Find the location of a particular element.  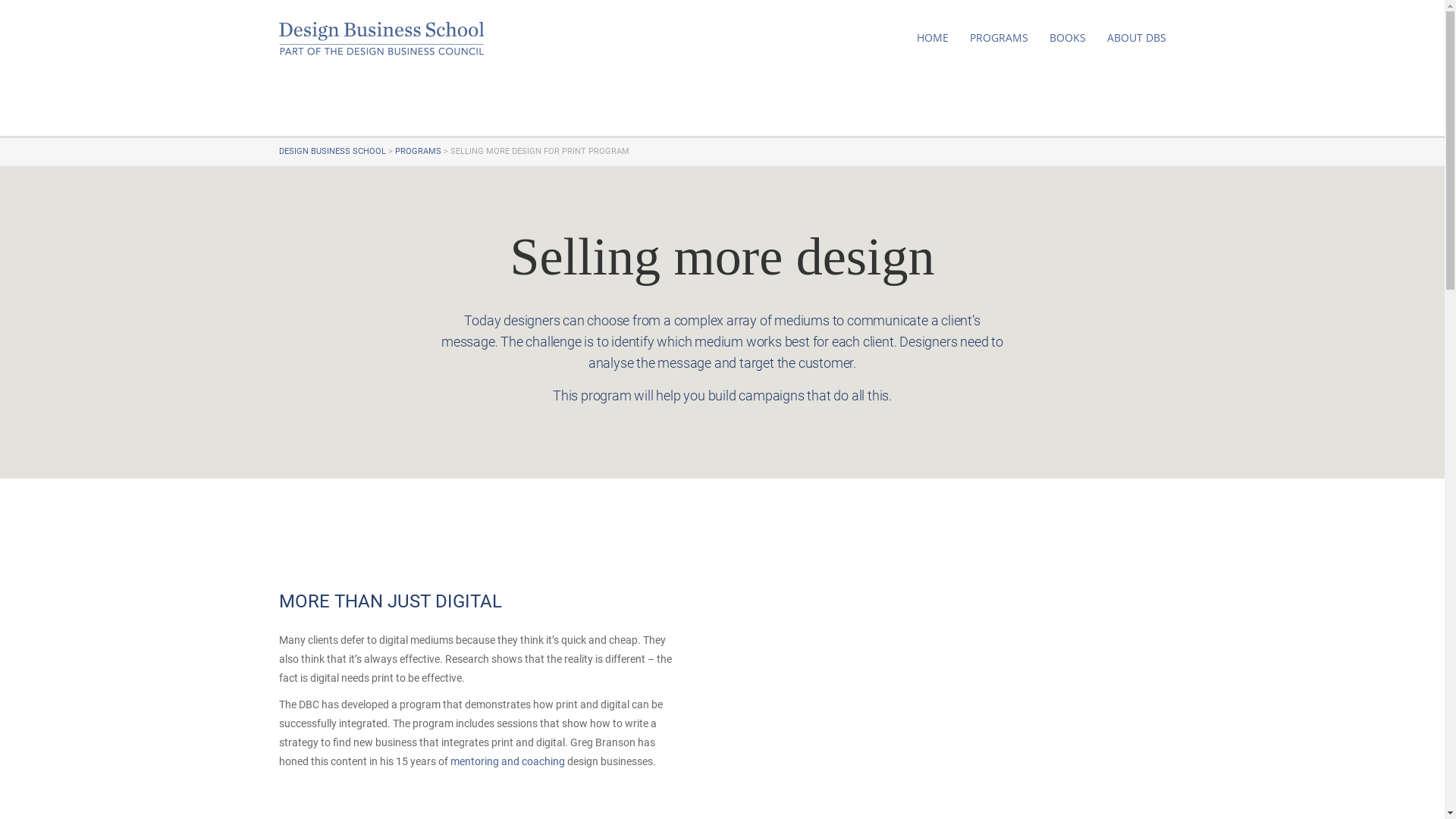

'ABOUT DBS' is located at coordinates (1106, 37).